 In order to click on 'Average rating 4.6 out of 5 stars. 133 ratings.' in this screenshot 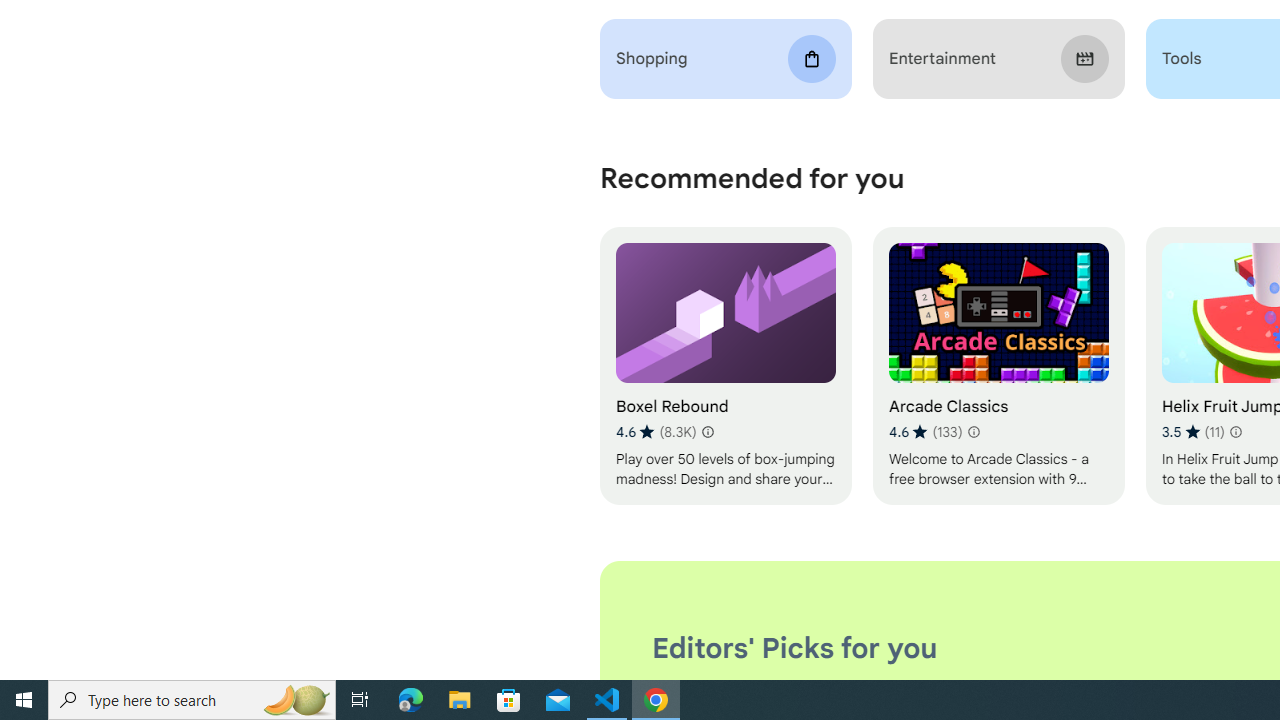, I will do `click(924, 431)`.